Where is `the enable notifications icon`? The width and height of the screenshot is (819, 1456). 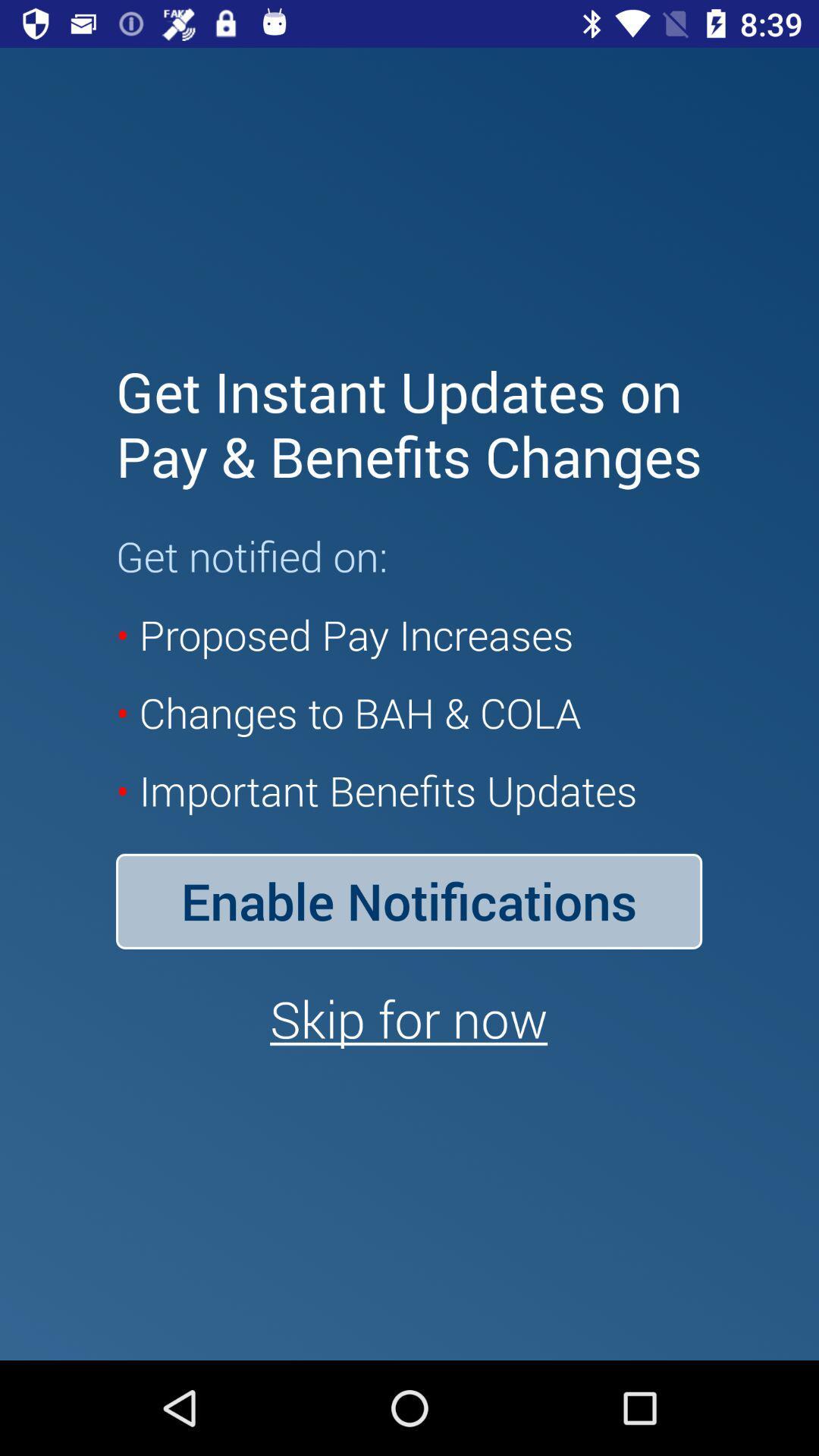
the enable notifications icon is located at coordinates (408, 901).